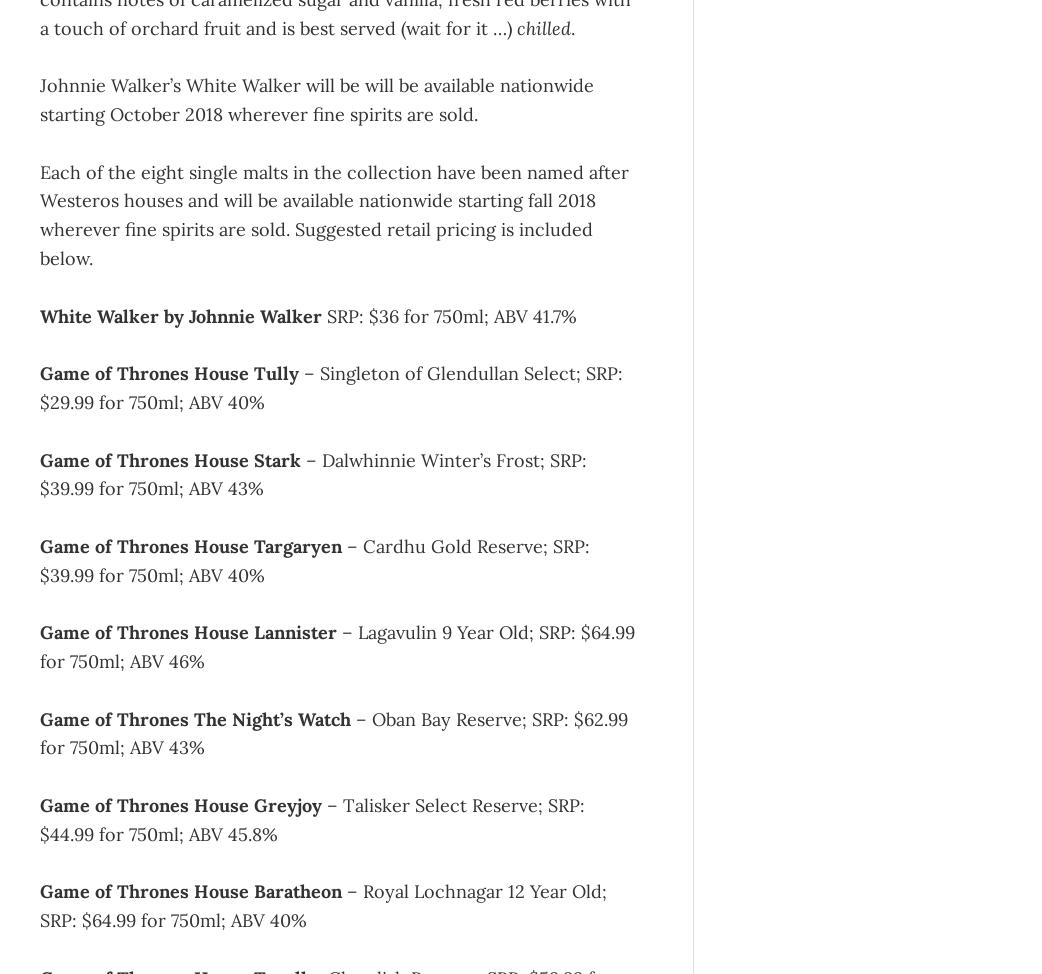  I want to click on '– Talisker Select Reserve; SRP: $44.99 for 750ml; ABV 45.8%', so click(312, 819).